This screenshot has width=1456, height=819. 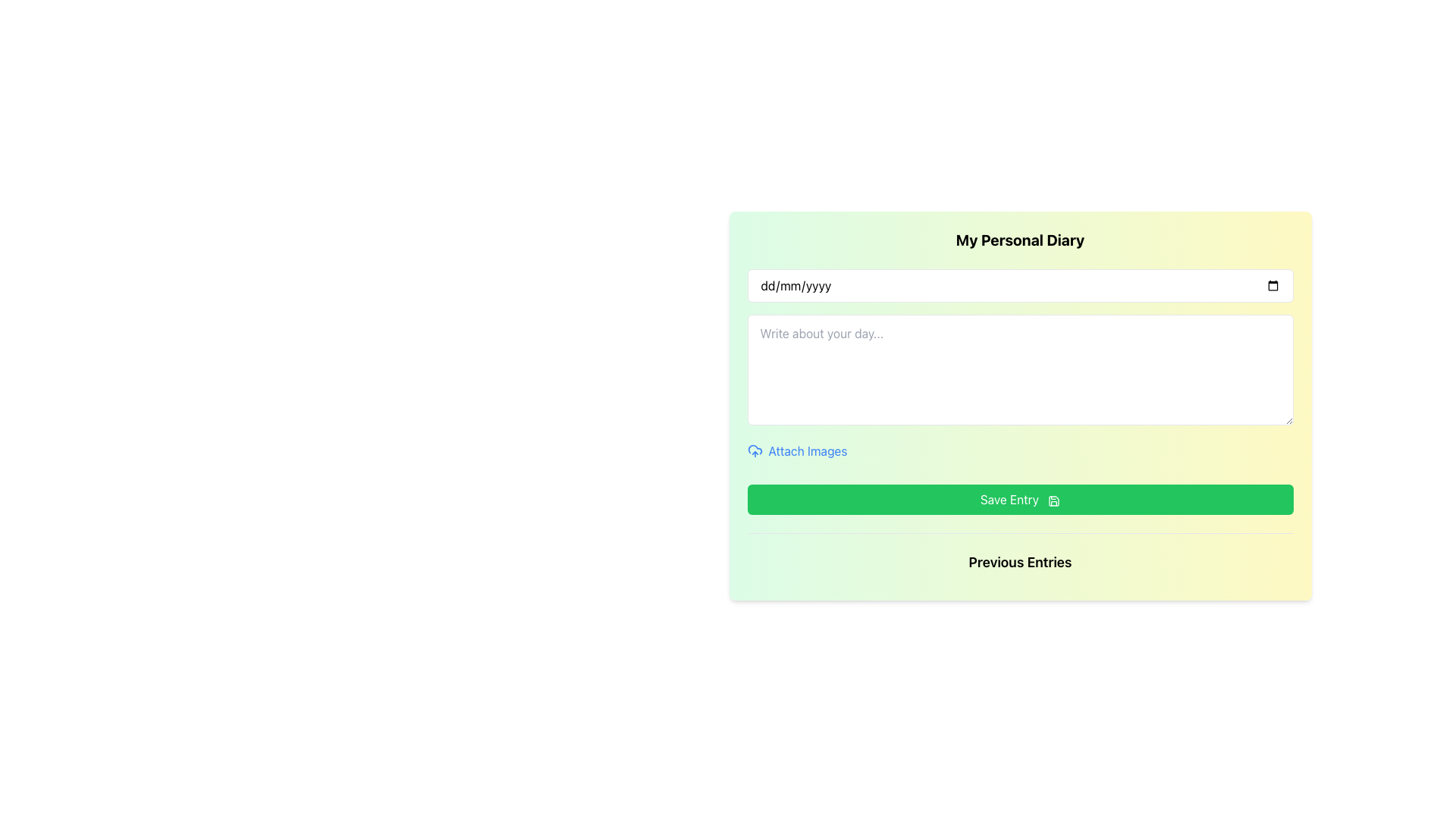 What do you see at coordinates (1020, 286) in the screenshot?
I see `a date from the calendar popup by clicking on the date input field that displays the placeholder 'dd/mm/yyyy'` at bounding box center [1020, 286].